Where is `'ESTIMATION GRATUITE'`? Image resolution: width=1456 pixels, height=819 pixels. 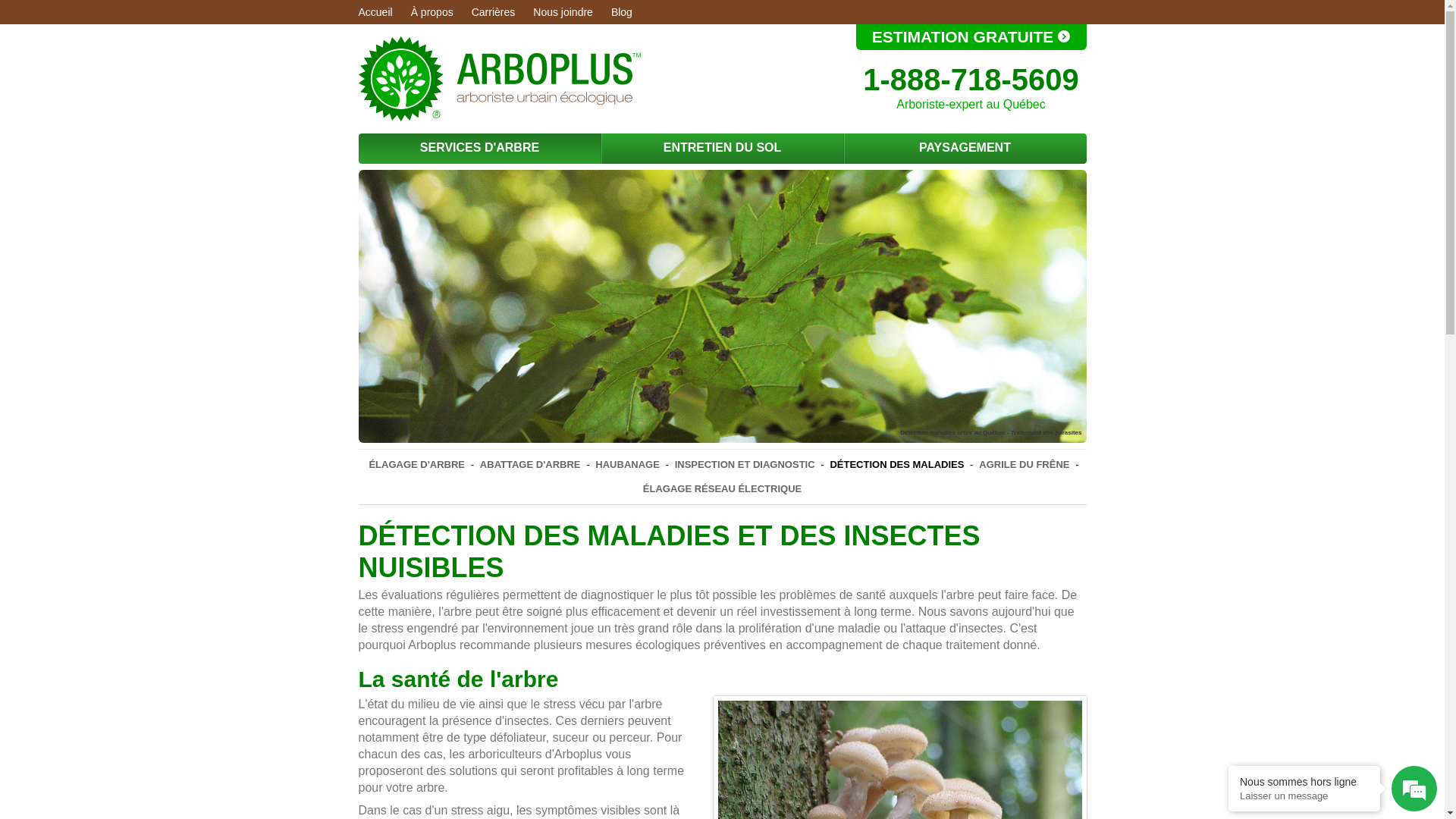
'ESTIMATION GRATUITE' is located at coordinates (971, 36).